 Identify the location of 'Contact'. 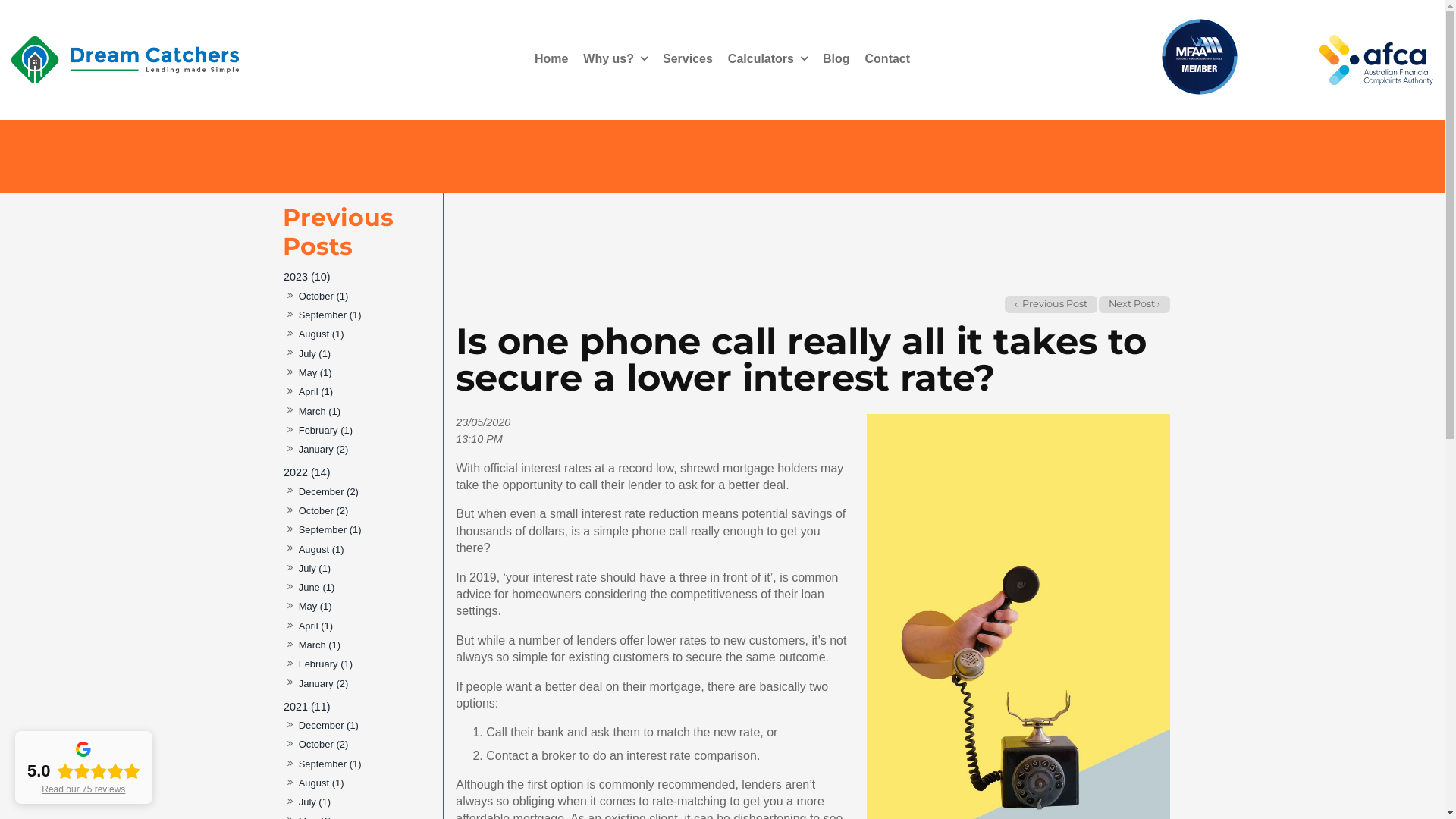
(858, 58).